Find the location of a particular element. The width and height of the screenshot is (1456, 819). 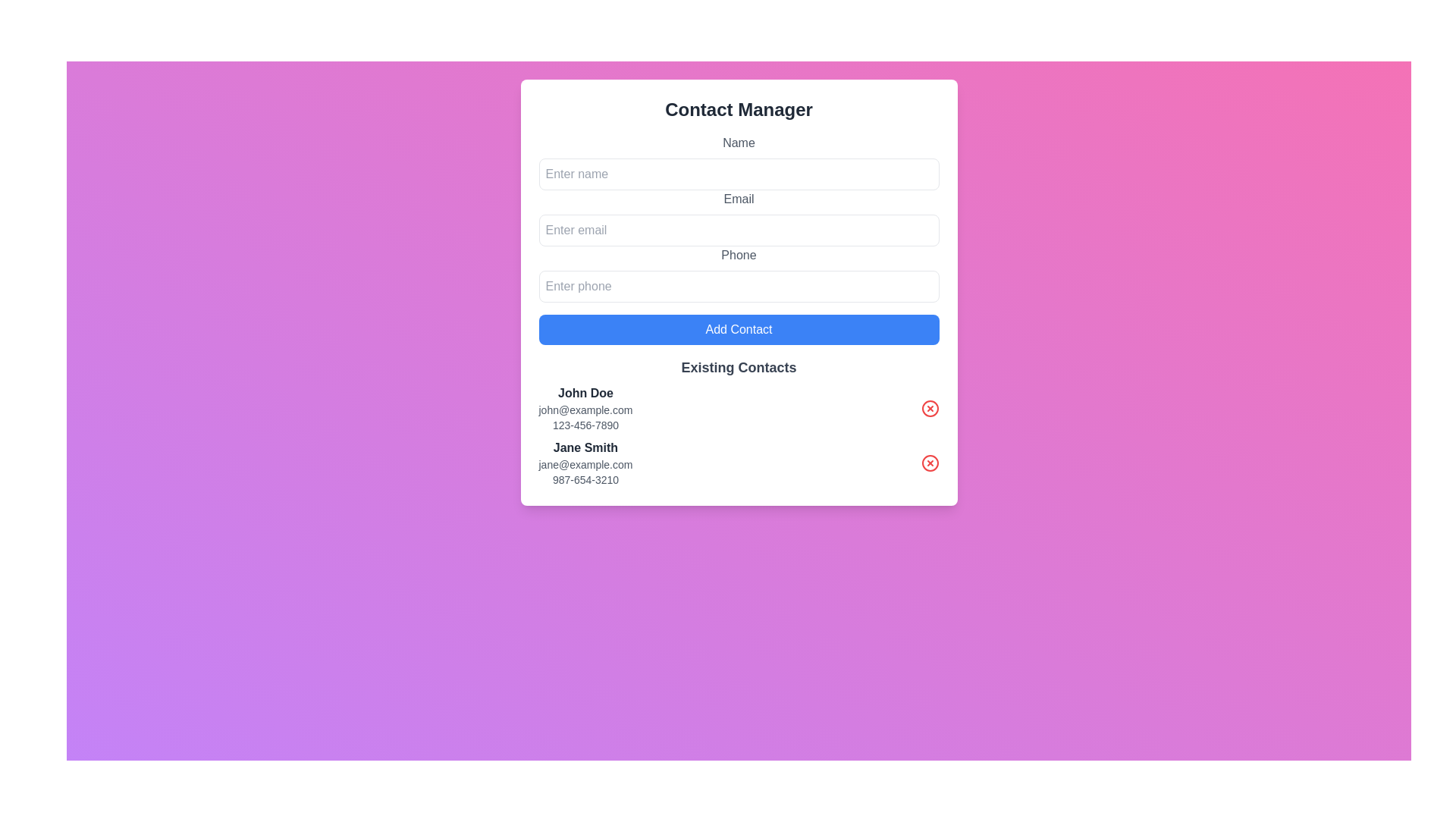

contact information displayed in the first contact card of the 'Existing Contacts' section, which includes the name, email, and phone number is located at coordinates (739, 408).